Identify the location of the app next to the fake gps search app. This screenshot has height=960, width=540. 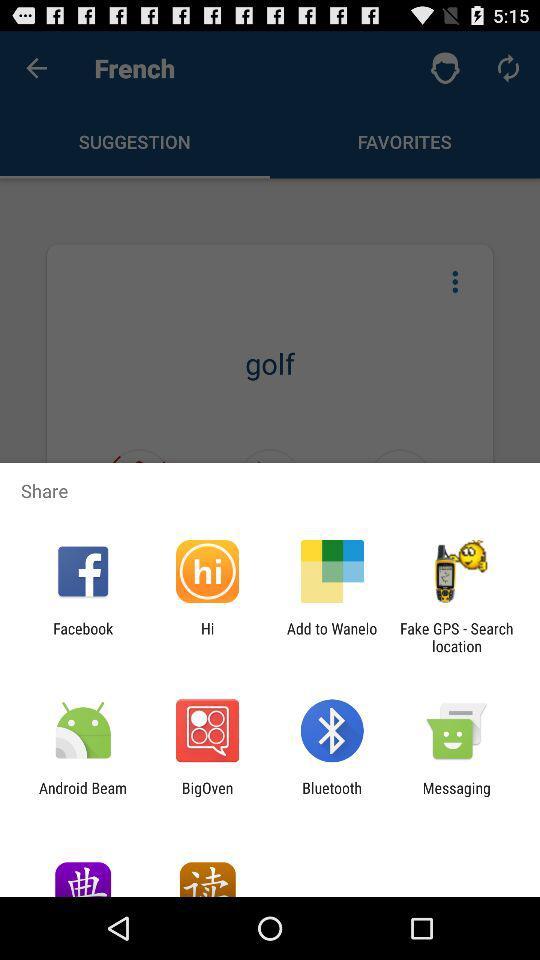
(332, 636).